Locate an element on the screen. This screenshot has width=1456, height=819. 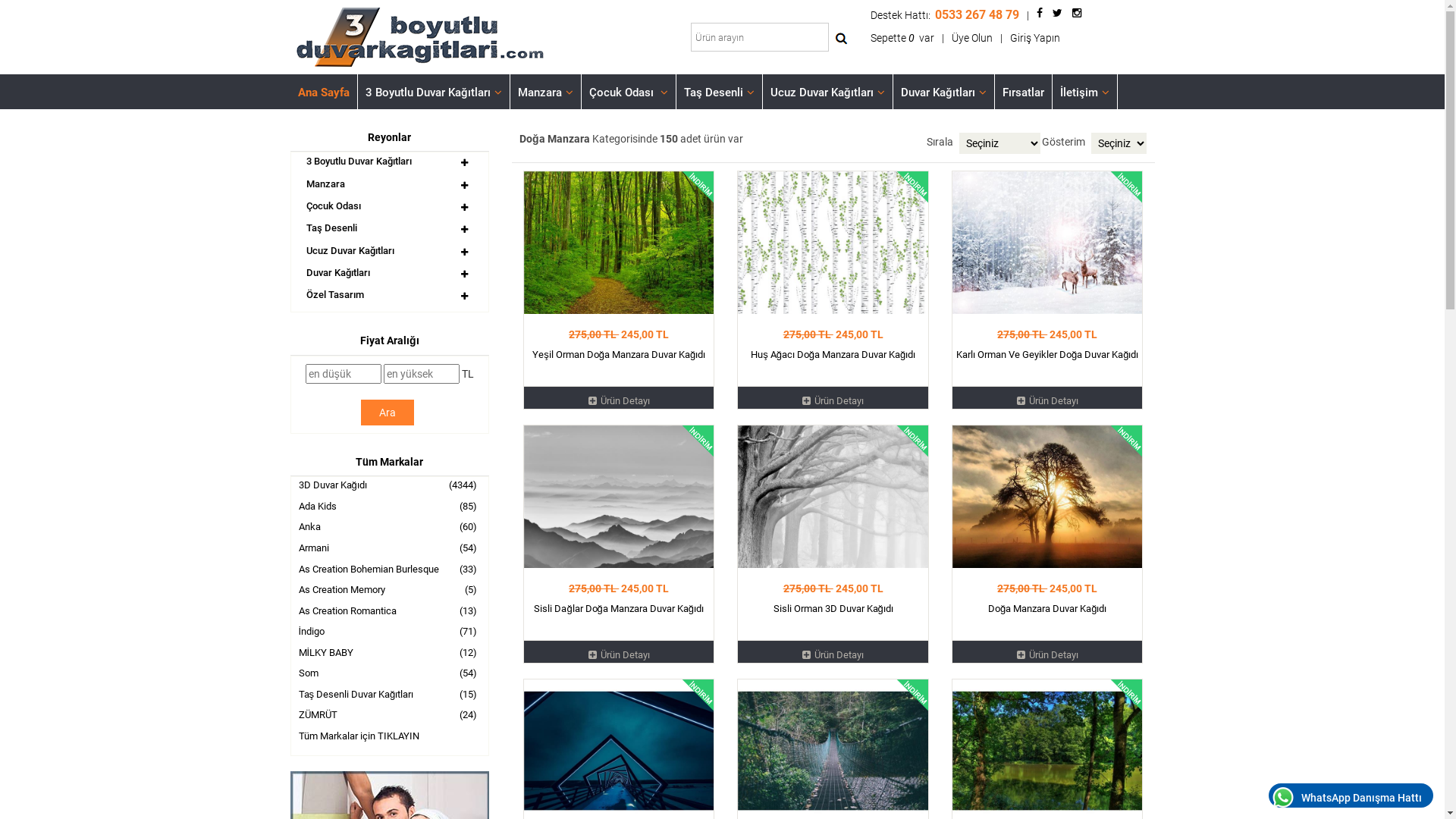
'(33) is located at coordinates (291, 570).